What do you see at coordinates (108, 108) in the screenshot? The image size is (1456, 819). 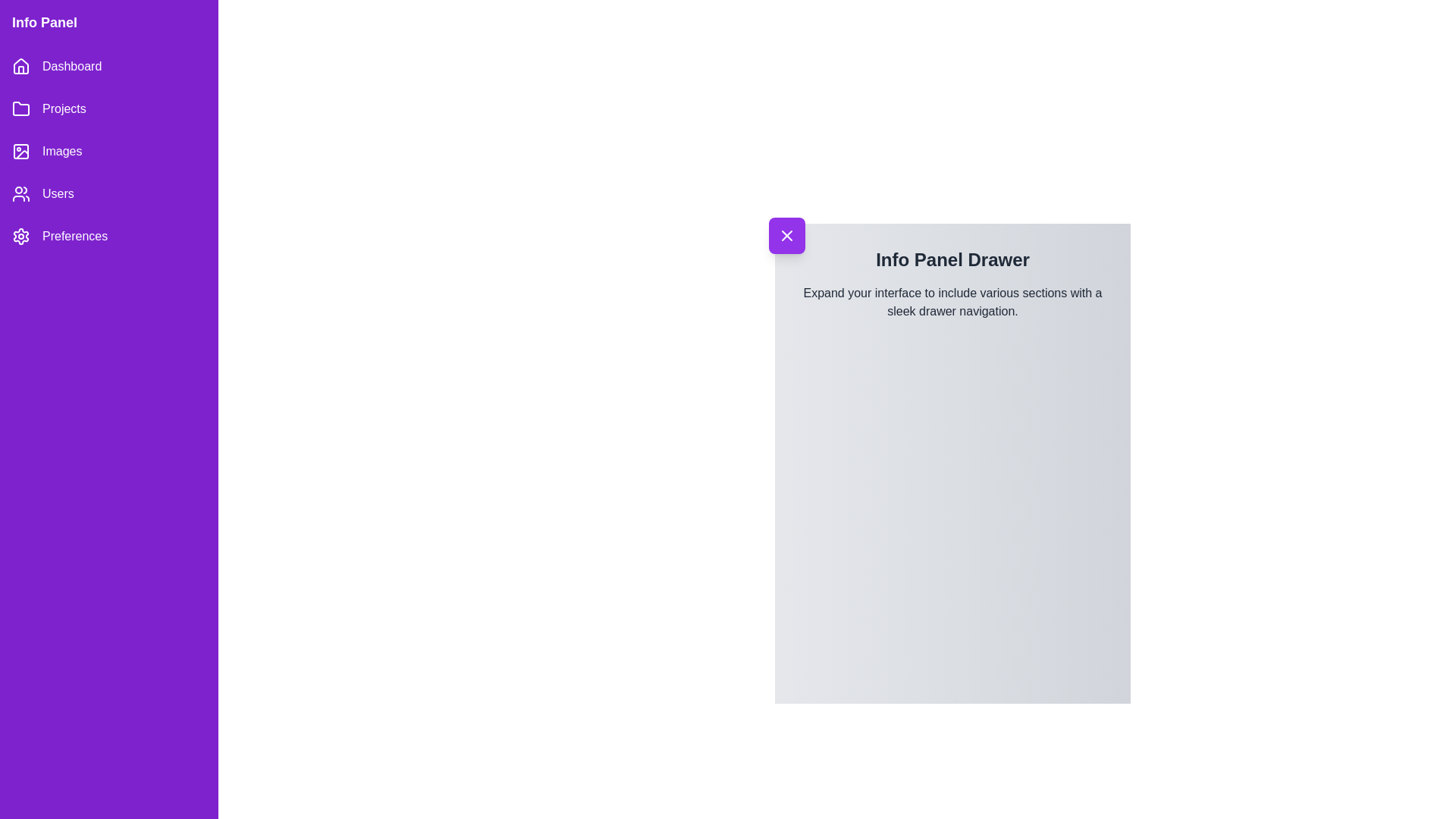 I see `the menu item Projects to navigate` at bounding box center [108, 108].